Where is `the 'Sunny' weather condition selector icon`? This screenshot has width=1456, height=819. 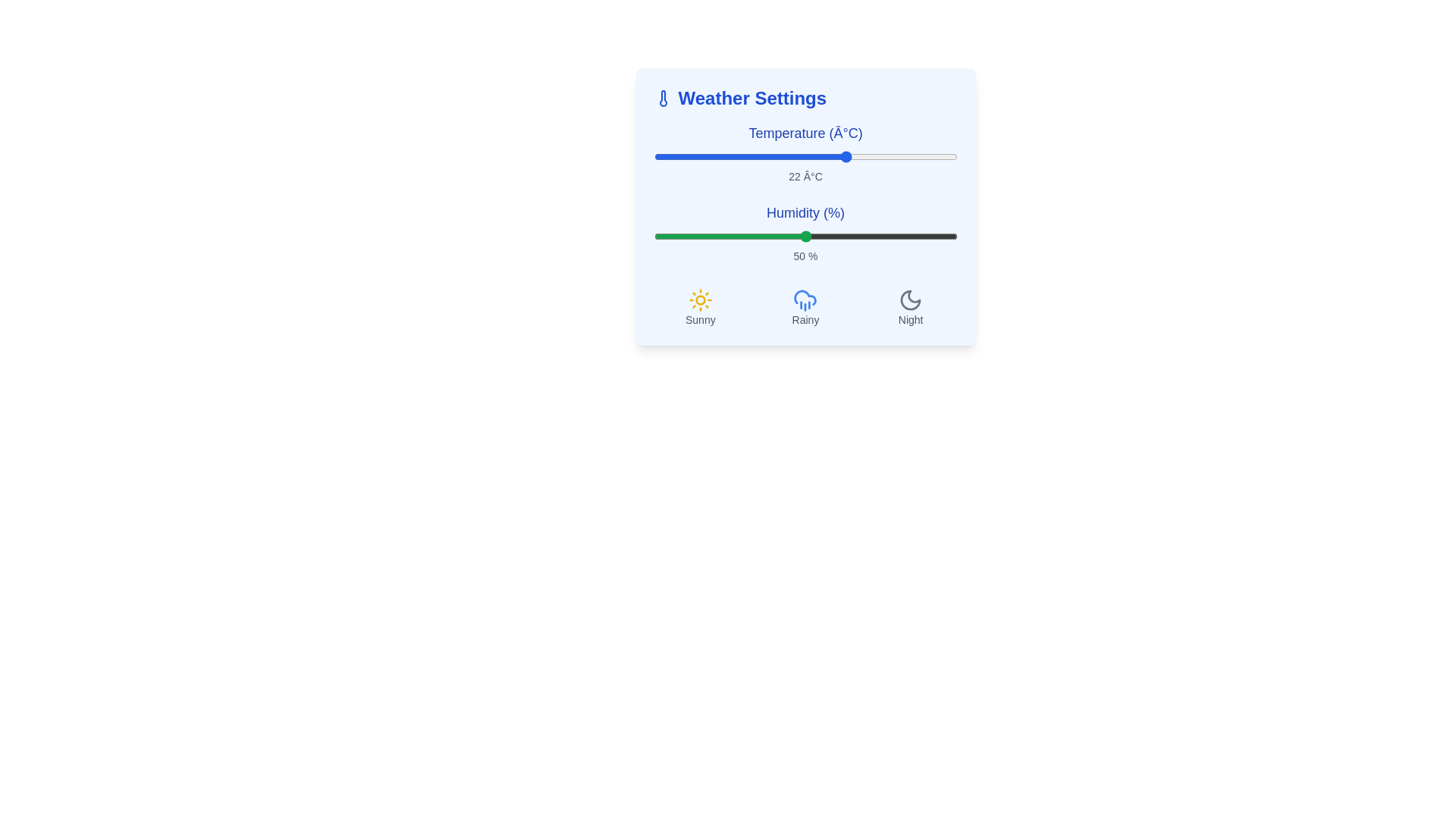
the 'Sunny' weather condition selector icon is located at coordinates (699, 307).